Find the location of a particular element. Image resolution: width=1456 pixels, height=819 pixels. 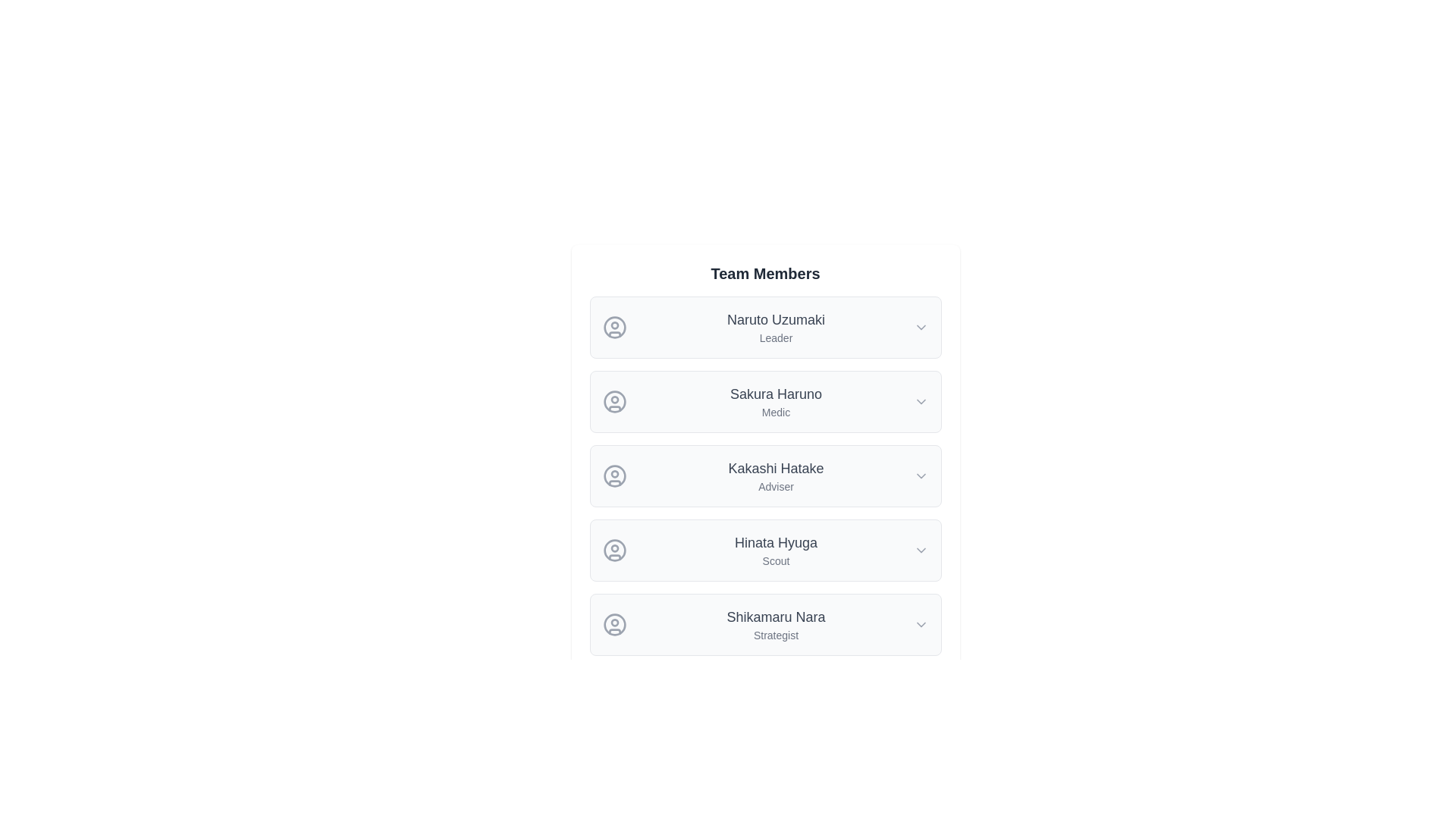

the SVG Circle representing the user profile icon for 'Hinata Hyuga Scout' is located at coordinates (614, 550).